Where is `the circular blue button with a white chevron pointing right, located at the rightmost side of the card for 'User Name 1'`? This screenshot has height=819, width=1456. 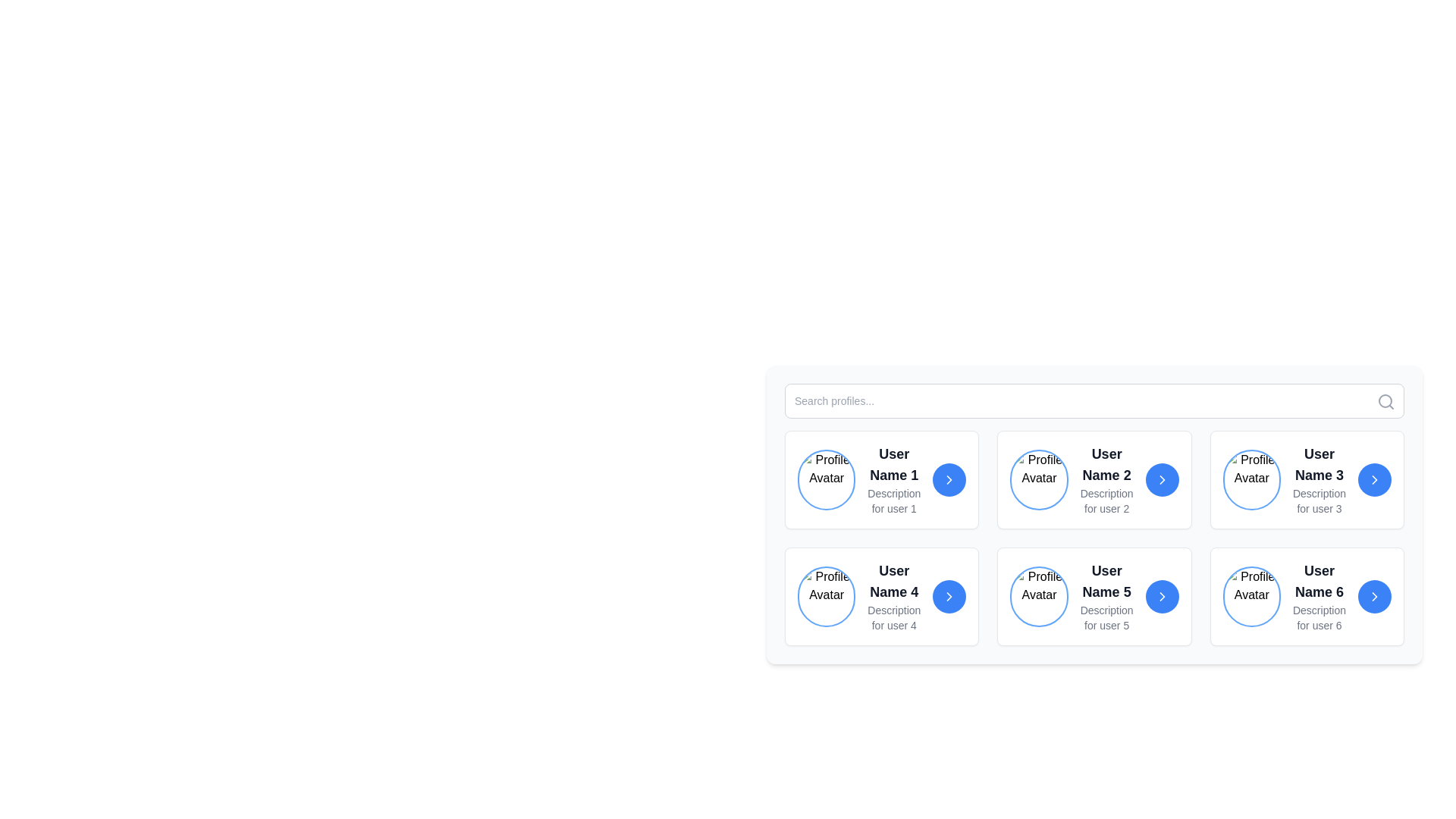 the circular blue button with a white chevron pointing right, located at the rightmost side of the card for 'User Name 1' is located at coordinates (949, 479).